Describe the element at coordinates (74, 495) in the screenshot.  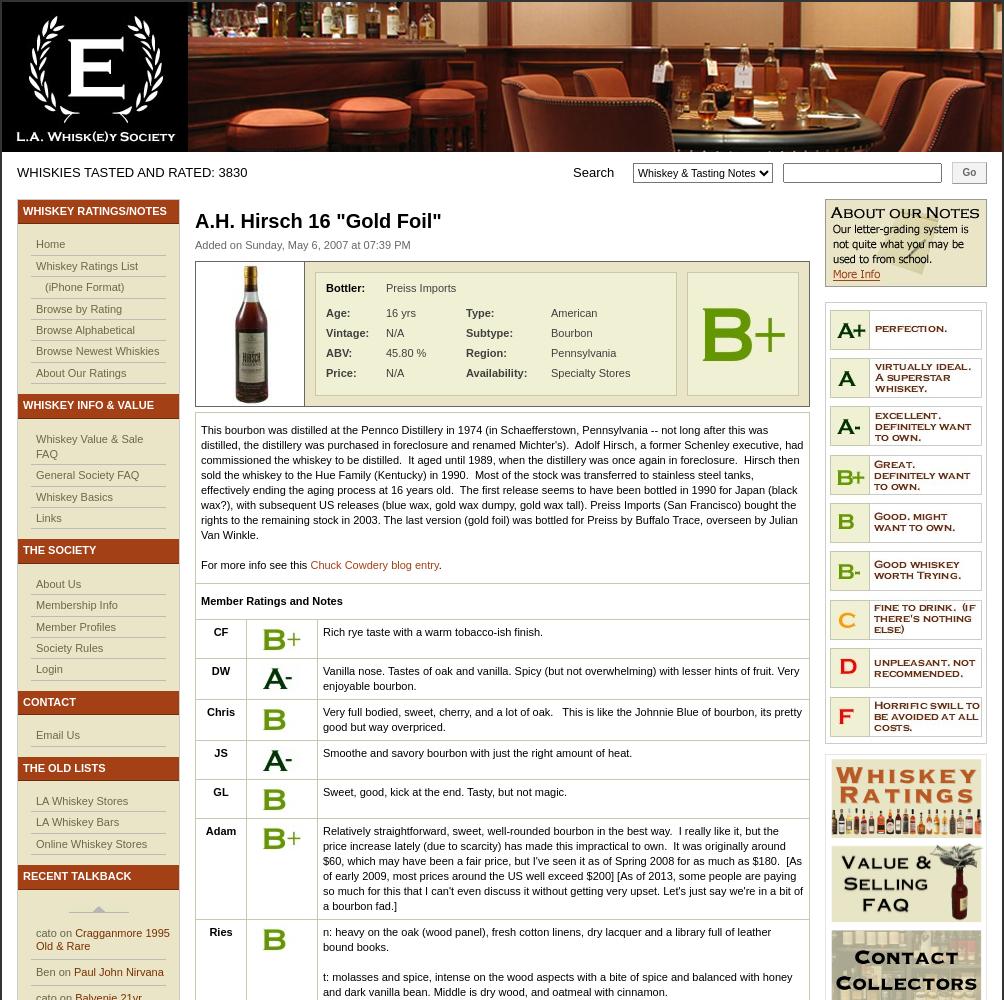
I see `'Whiskey Basics'` at that location.